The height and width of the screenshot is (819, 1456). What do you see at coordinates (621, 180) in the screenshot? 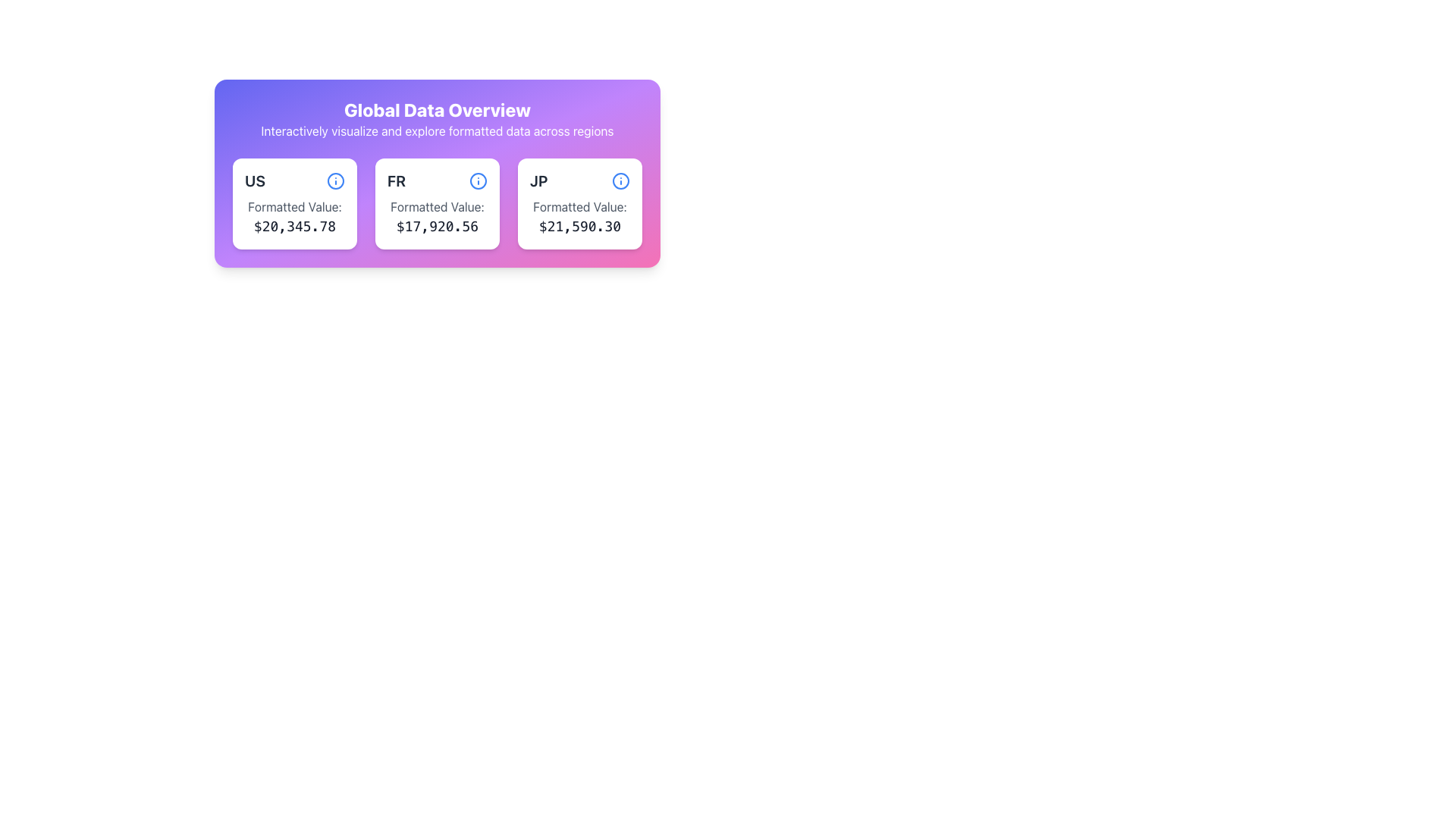
I see `the 'Information' icon represented as an SVG graphic located` at bounding box center [621, 180].